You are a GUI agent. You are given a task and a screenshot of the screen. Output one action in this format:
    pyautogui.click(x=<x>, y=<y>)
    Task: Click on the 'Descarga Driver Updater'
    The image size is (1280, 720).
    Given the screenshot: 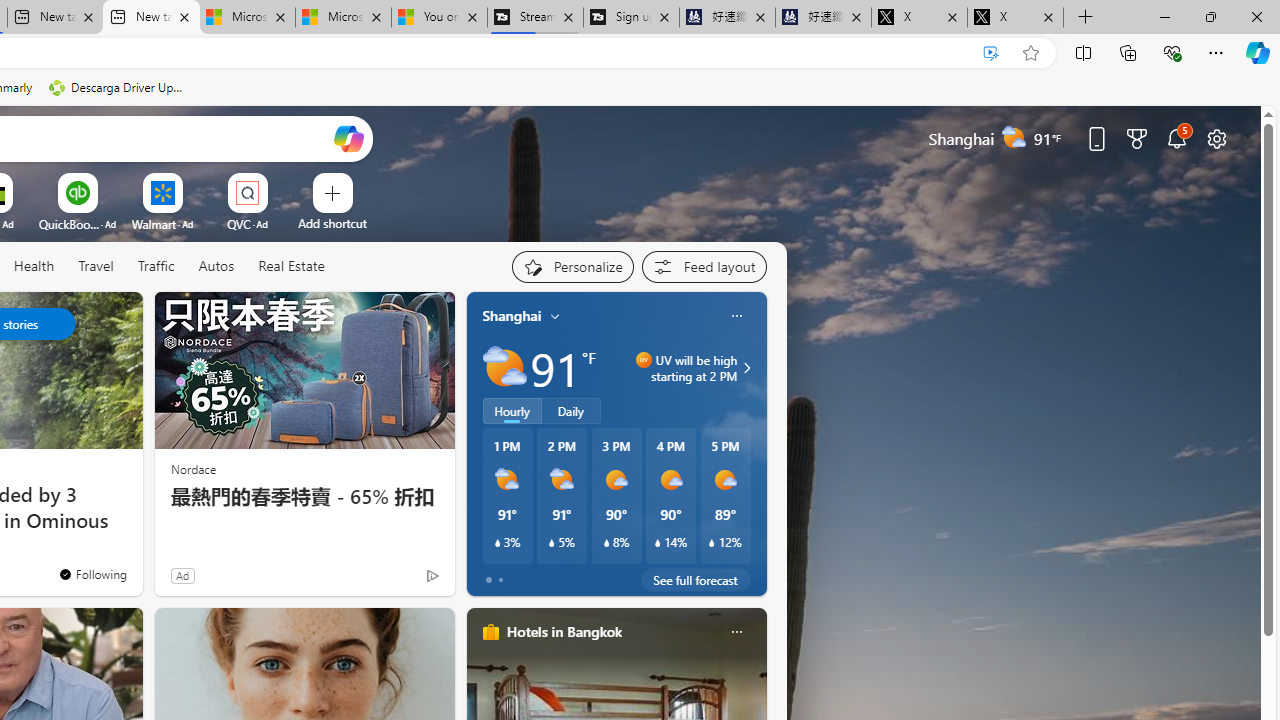 What is the action you would take?
    pyautogui.click(x=117, y=87)
    